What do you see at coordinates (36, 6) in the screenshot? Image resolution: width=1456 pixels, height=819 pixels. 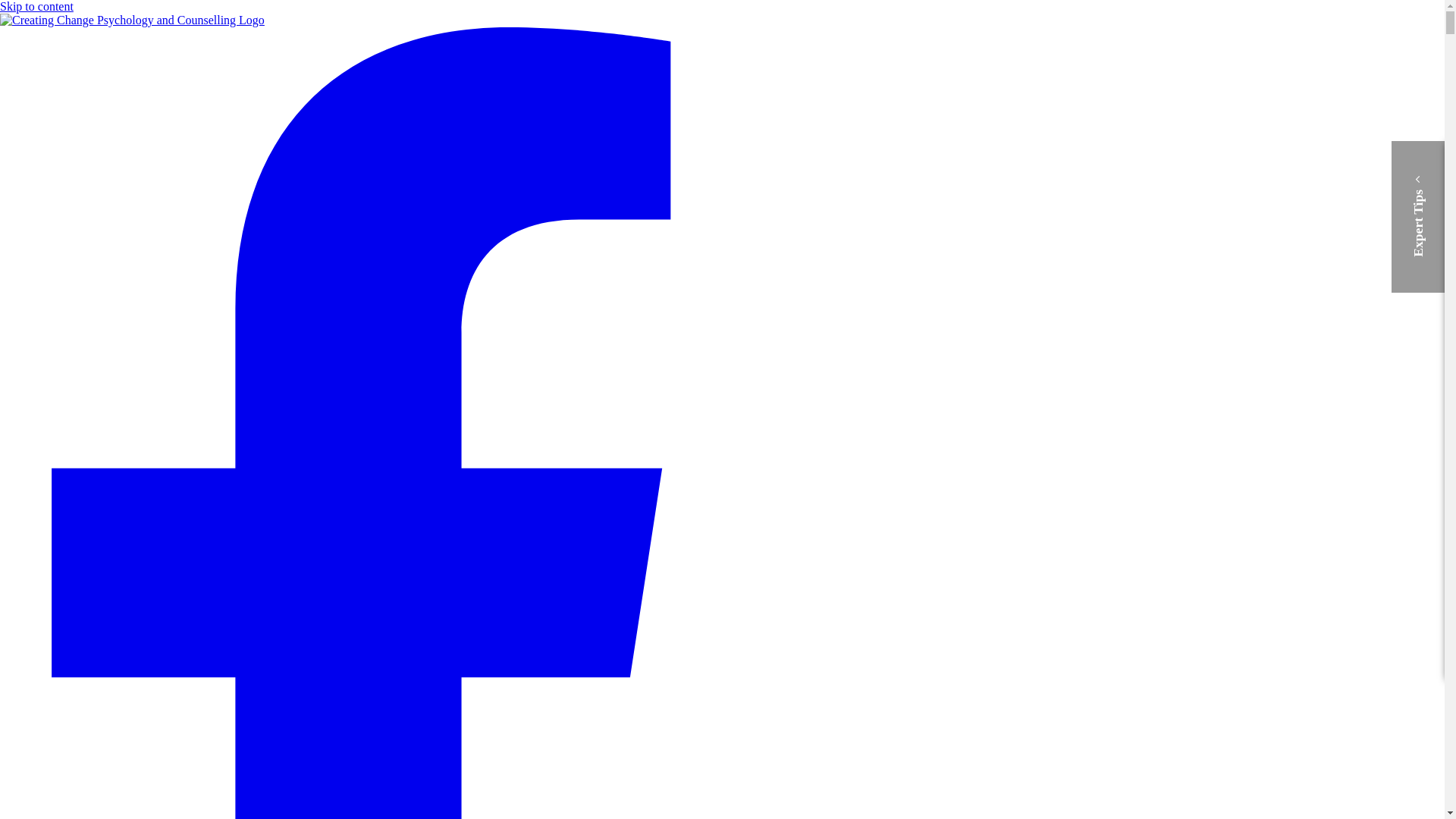 I see `'Skip to content'` at bounding box center [36, 6].